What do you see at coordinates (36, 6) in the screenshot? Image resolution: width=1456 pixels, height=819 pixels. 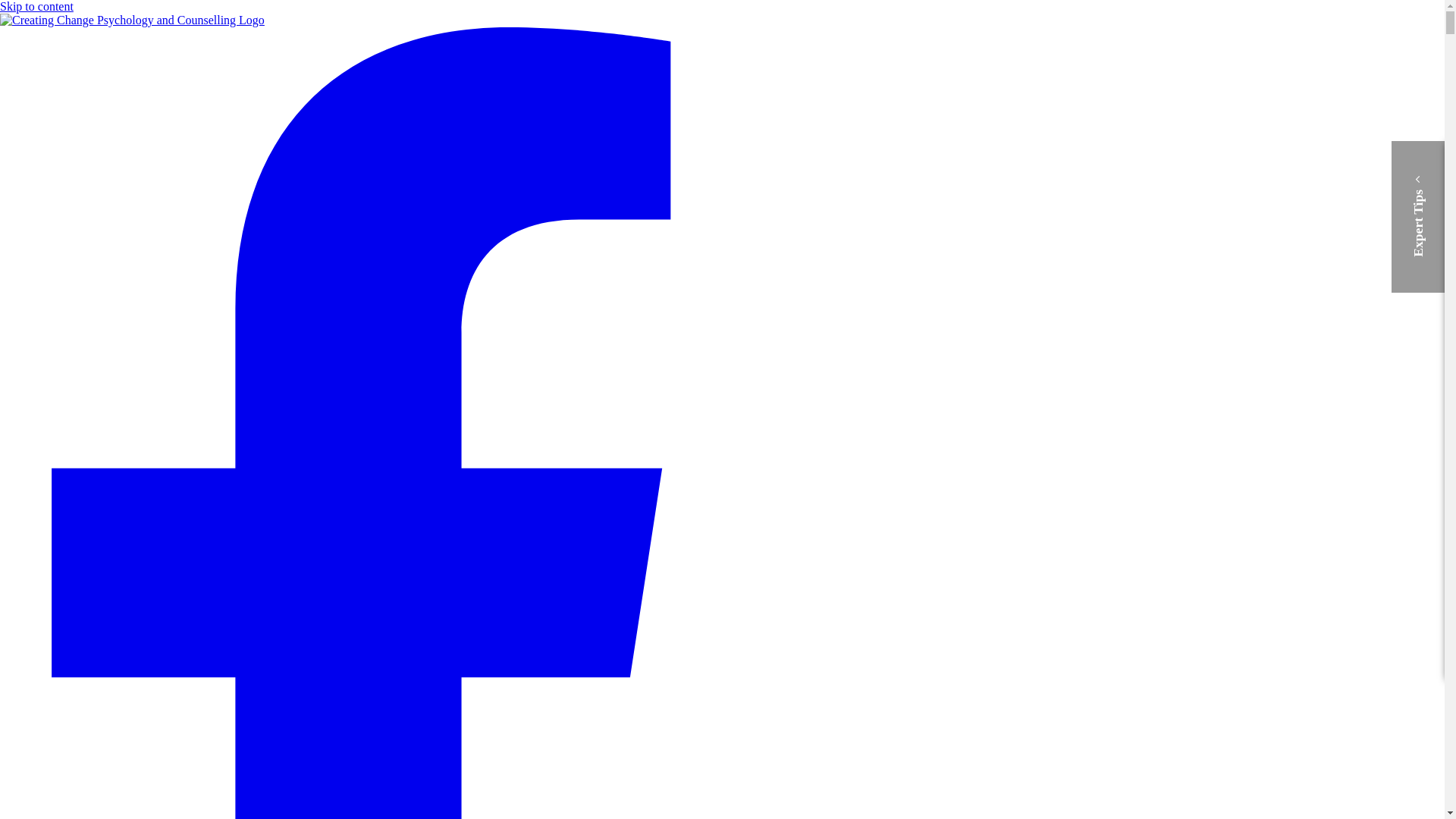 I see `'Skip to content'` at bounding box center [36, 6].